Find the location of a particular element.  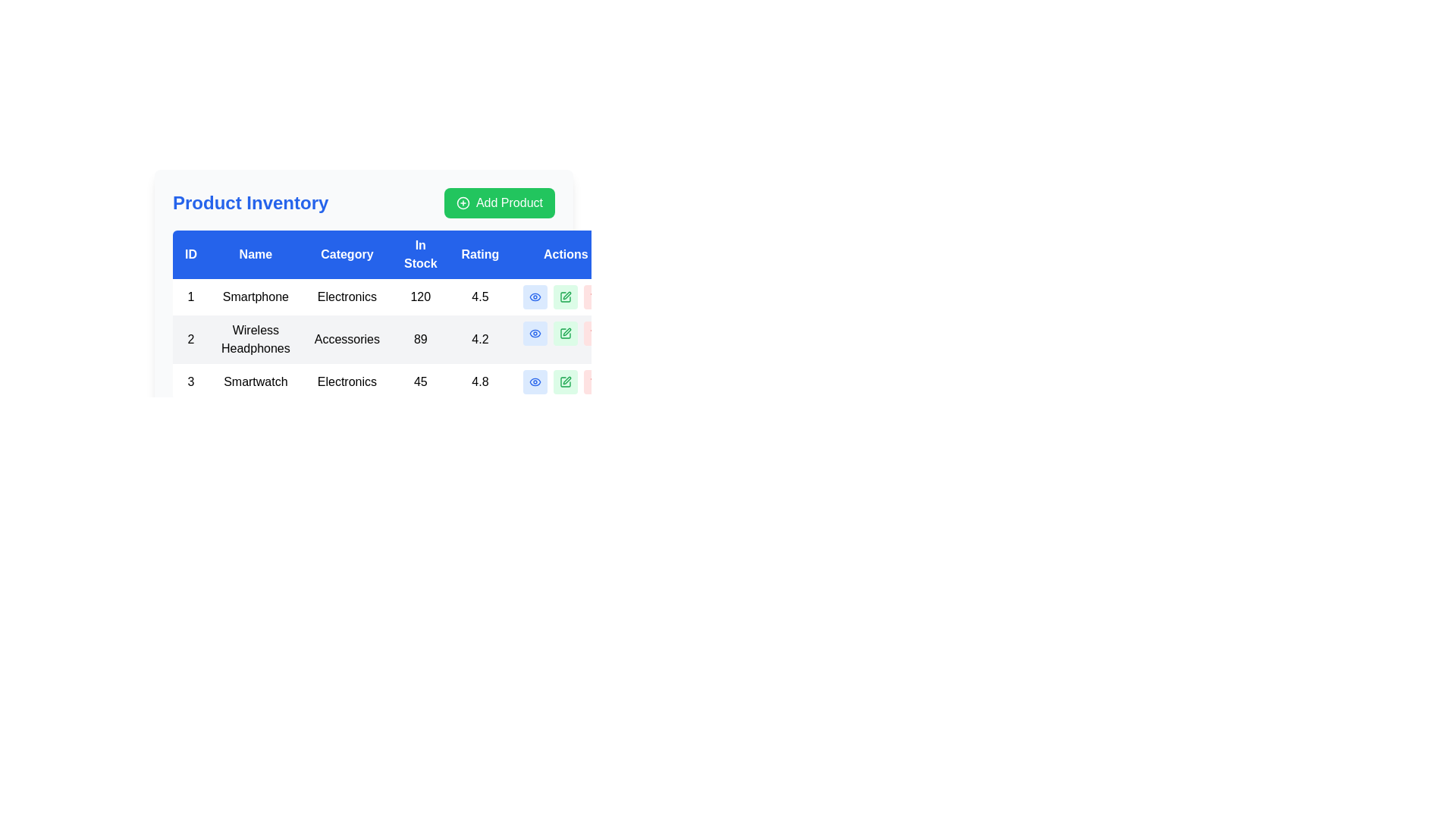

a cell within the second row of the product table that displays information about 'Wireless Headphones' is located at coordinates (397, 338).